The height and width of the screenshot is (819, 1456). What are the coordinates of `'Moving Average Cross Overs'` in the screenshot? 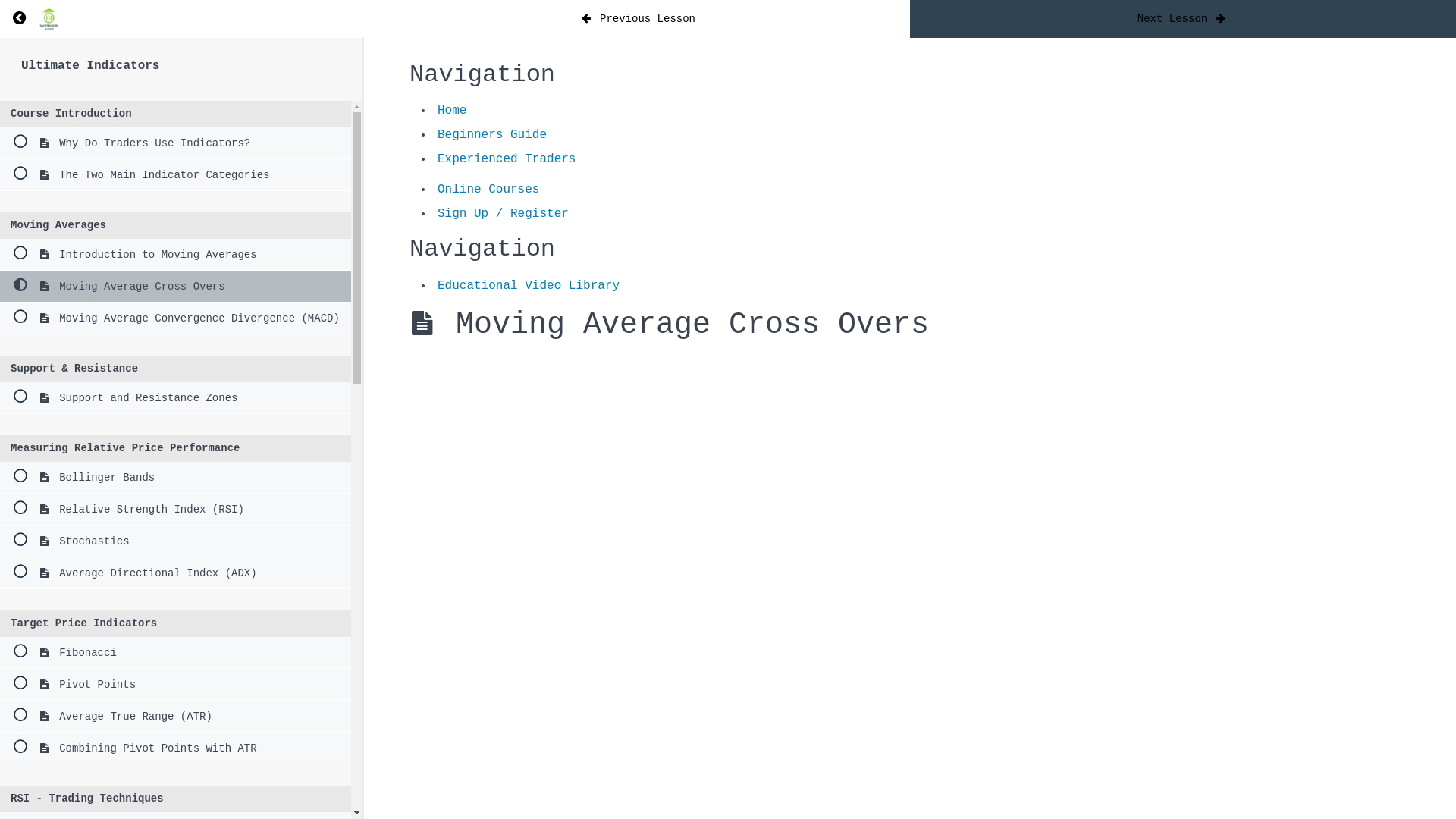 It's located at (175, 287).